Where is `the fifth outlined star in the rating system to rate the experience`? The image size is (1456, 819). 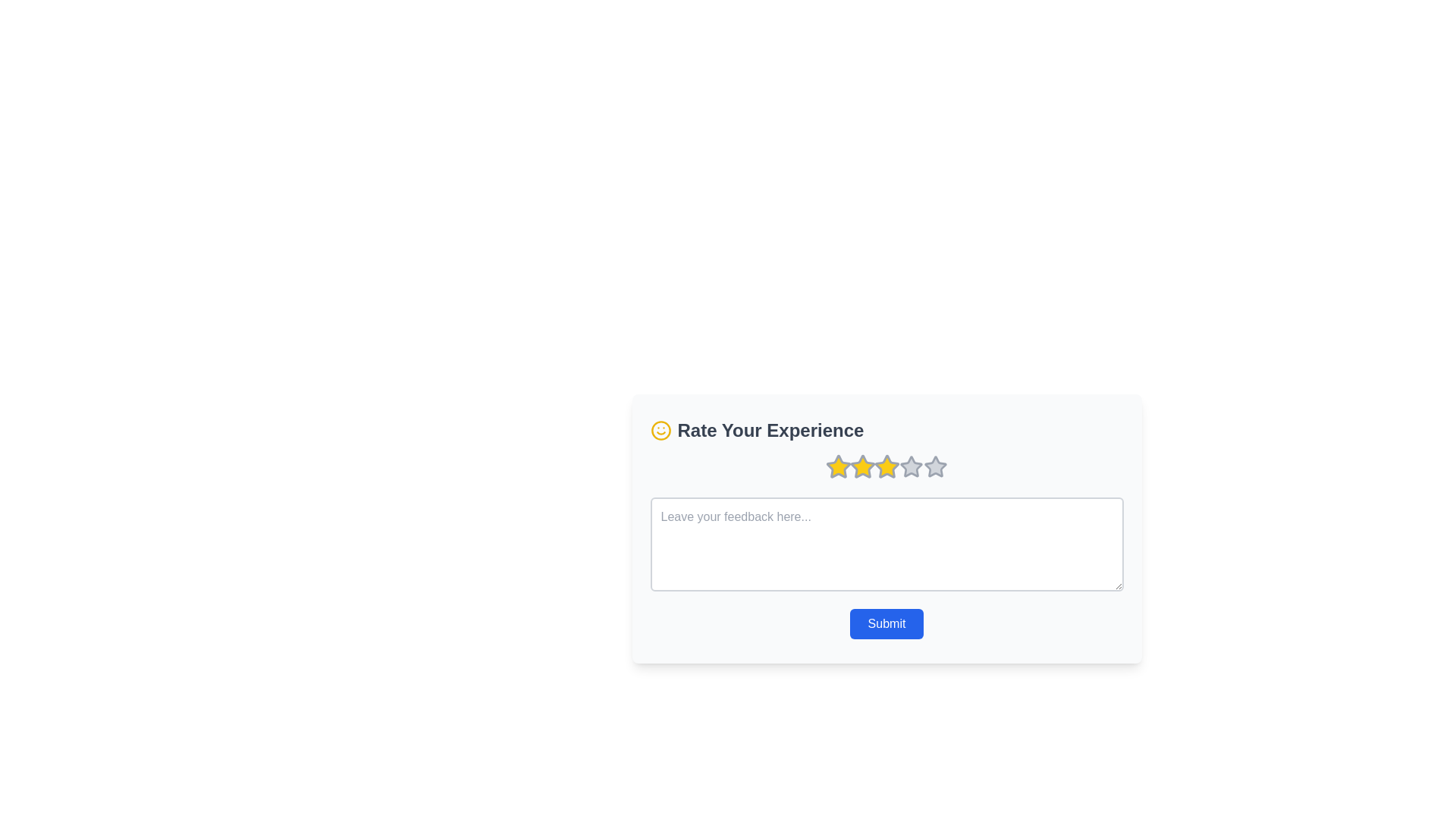 the fifth outlined star in the rating system to rate the experience is located at coordinates (910, 466).